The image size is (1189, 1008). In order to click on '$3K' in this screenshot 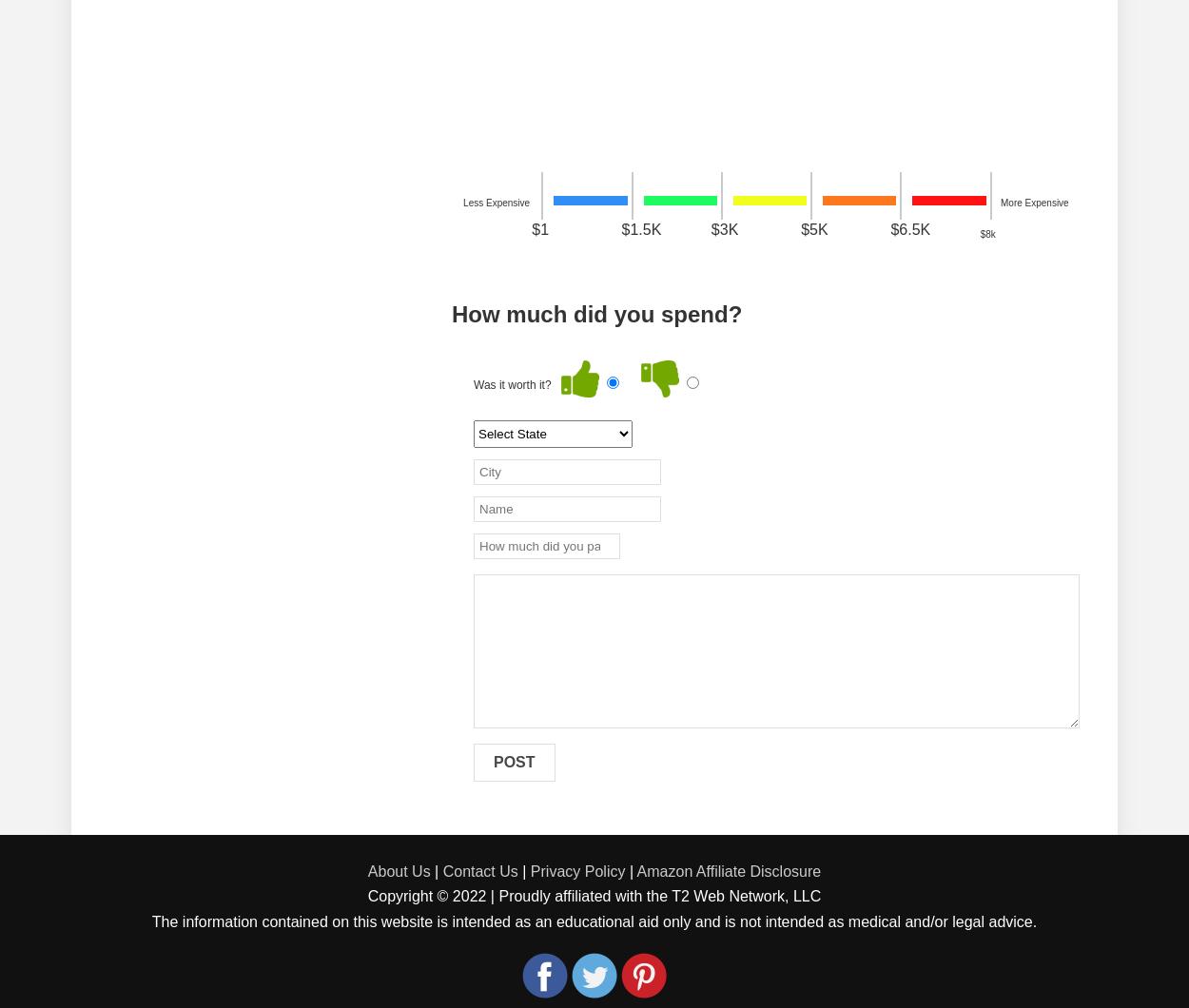, I will do `click(710, 228)`.